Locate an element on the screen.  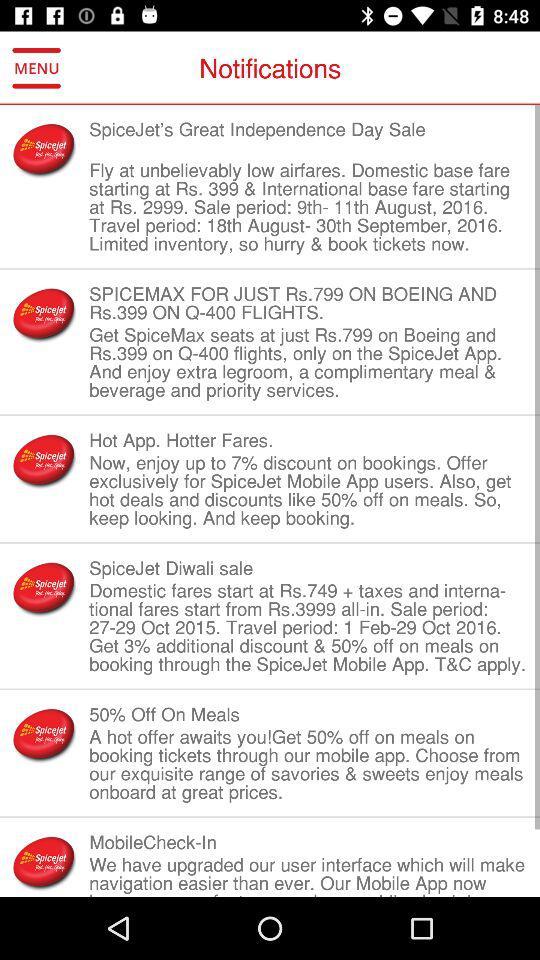
item next to the hot app hotter is located at coordinates (44, 460).